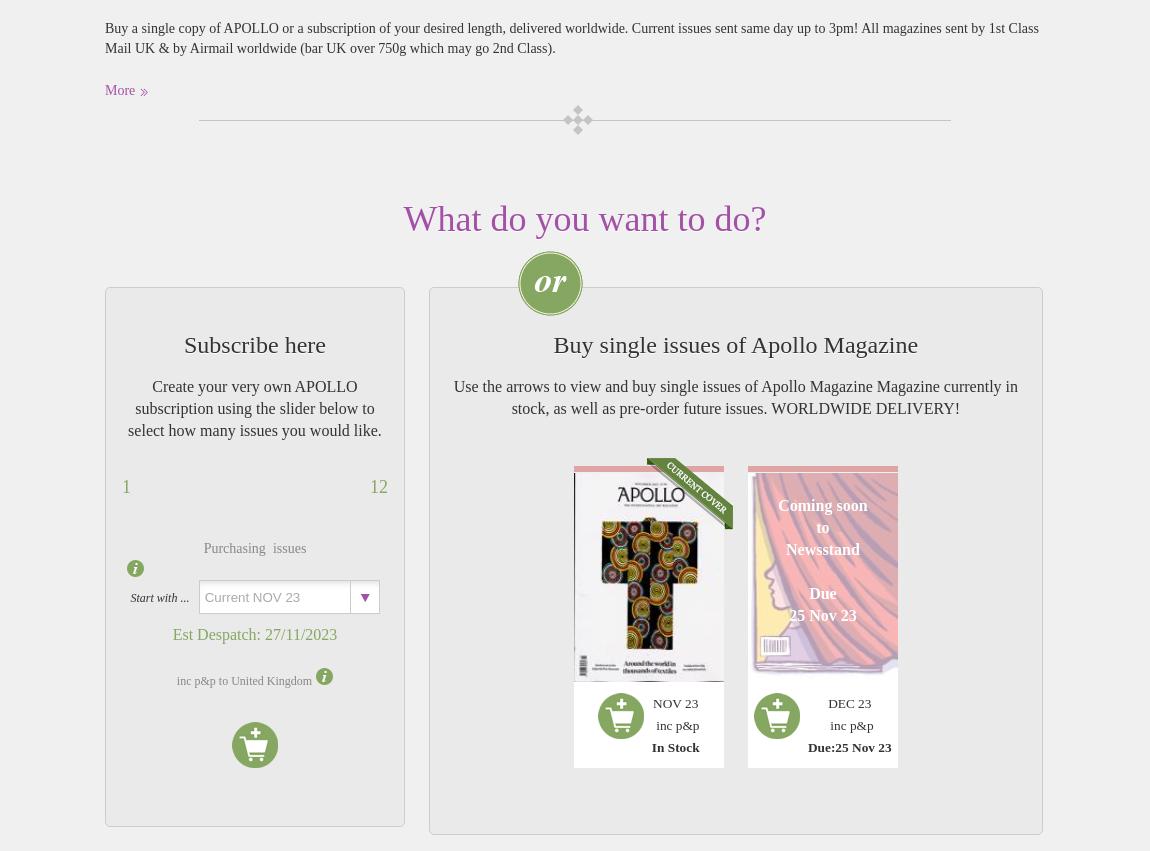 The image size is (1150, 851). Describe the element at coordinates (125, 486) in the screenshot. I see `'1'` at that location.